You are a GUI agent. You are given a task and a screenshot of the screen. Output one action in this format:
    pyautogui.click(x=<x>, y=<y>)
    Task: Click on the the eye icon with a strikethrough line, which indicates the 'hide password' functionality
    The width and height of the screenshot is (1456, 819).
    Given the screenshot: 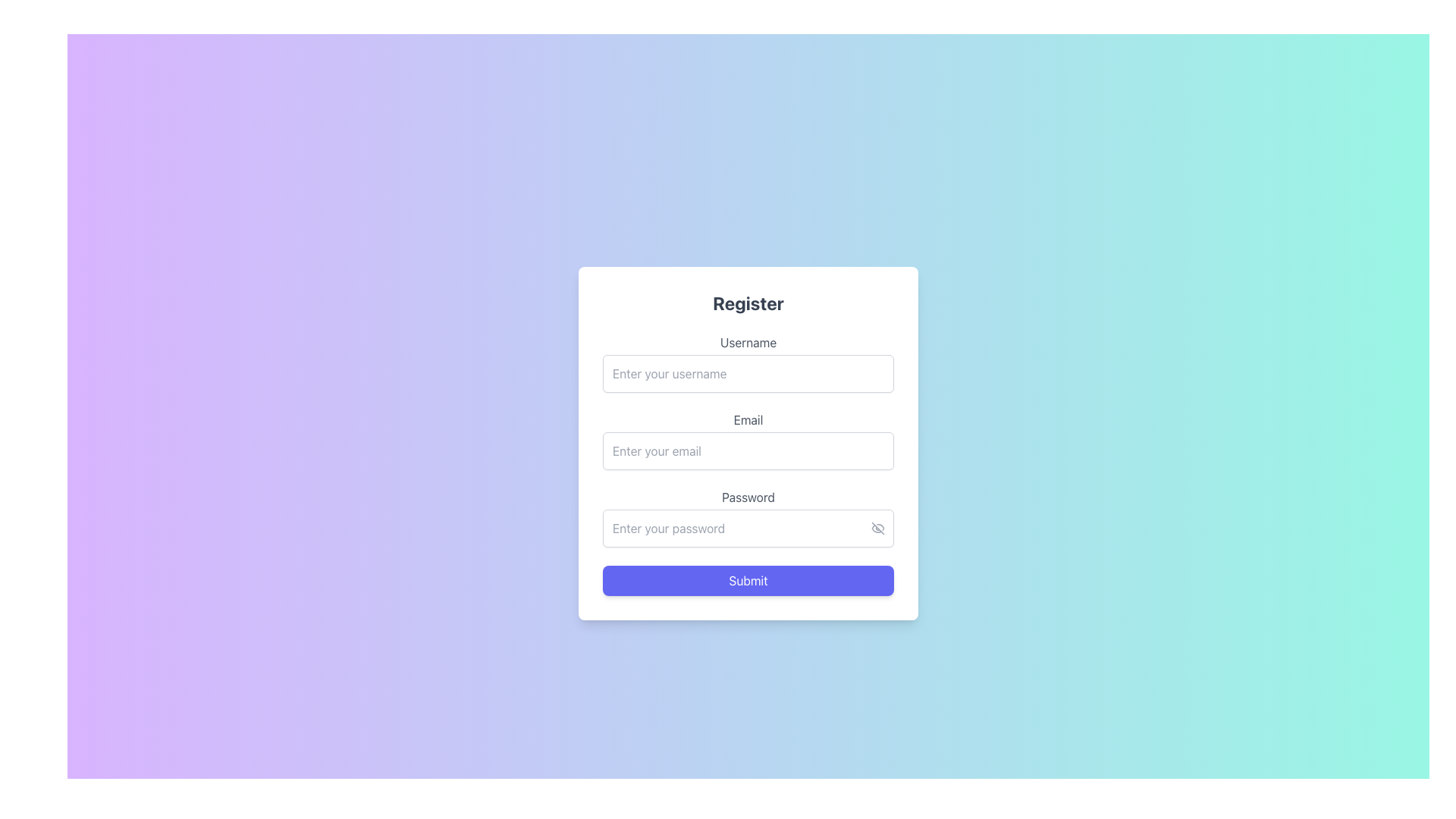 What is the action you would take?
    pyautogui.click(x=877, y=528)
    